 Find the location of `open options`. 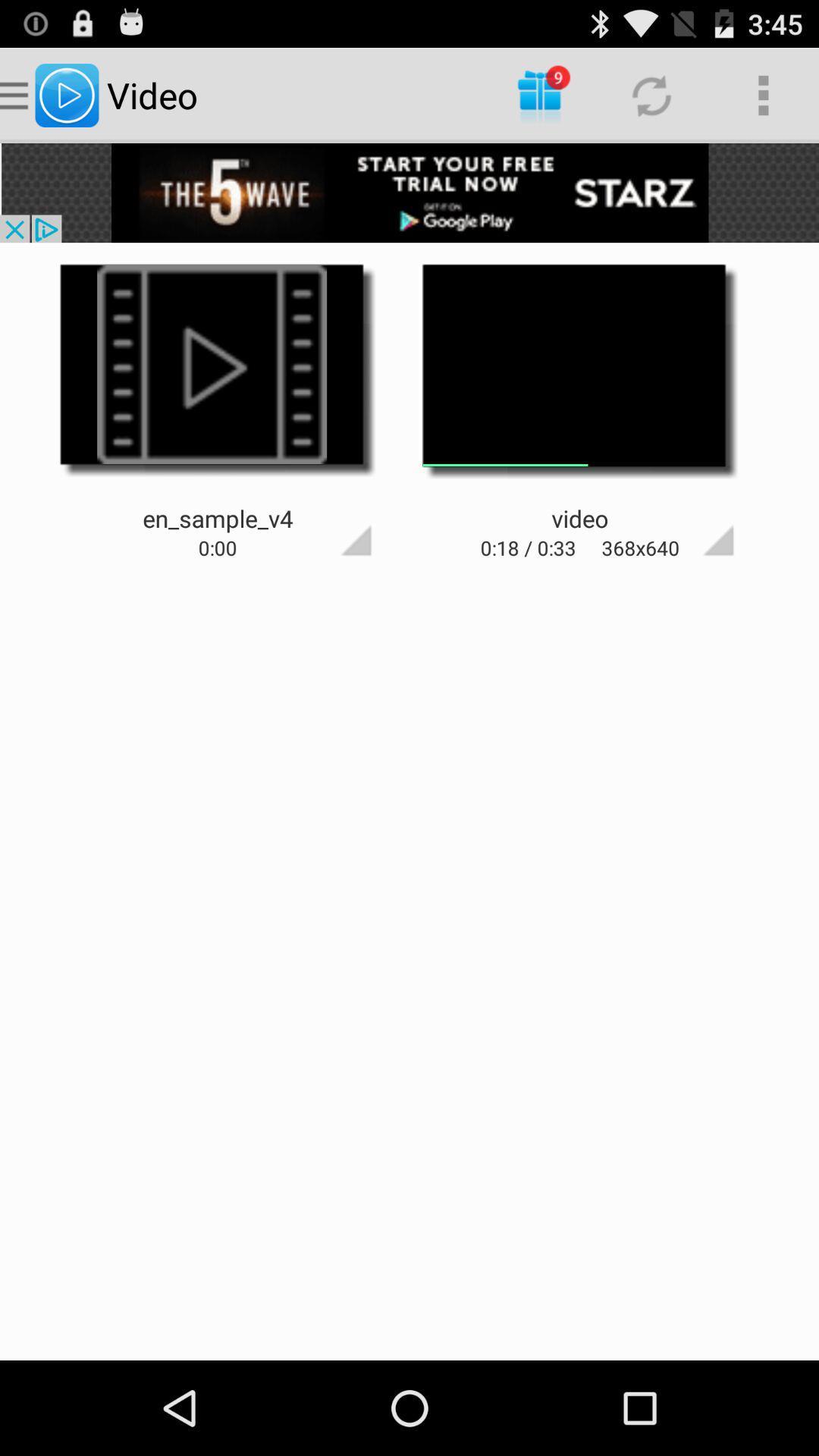

open options is located at coordinates (328, 513).